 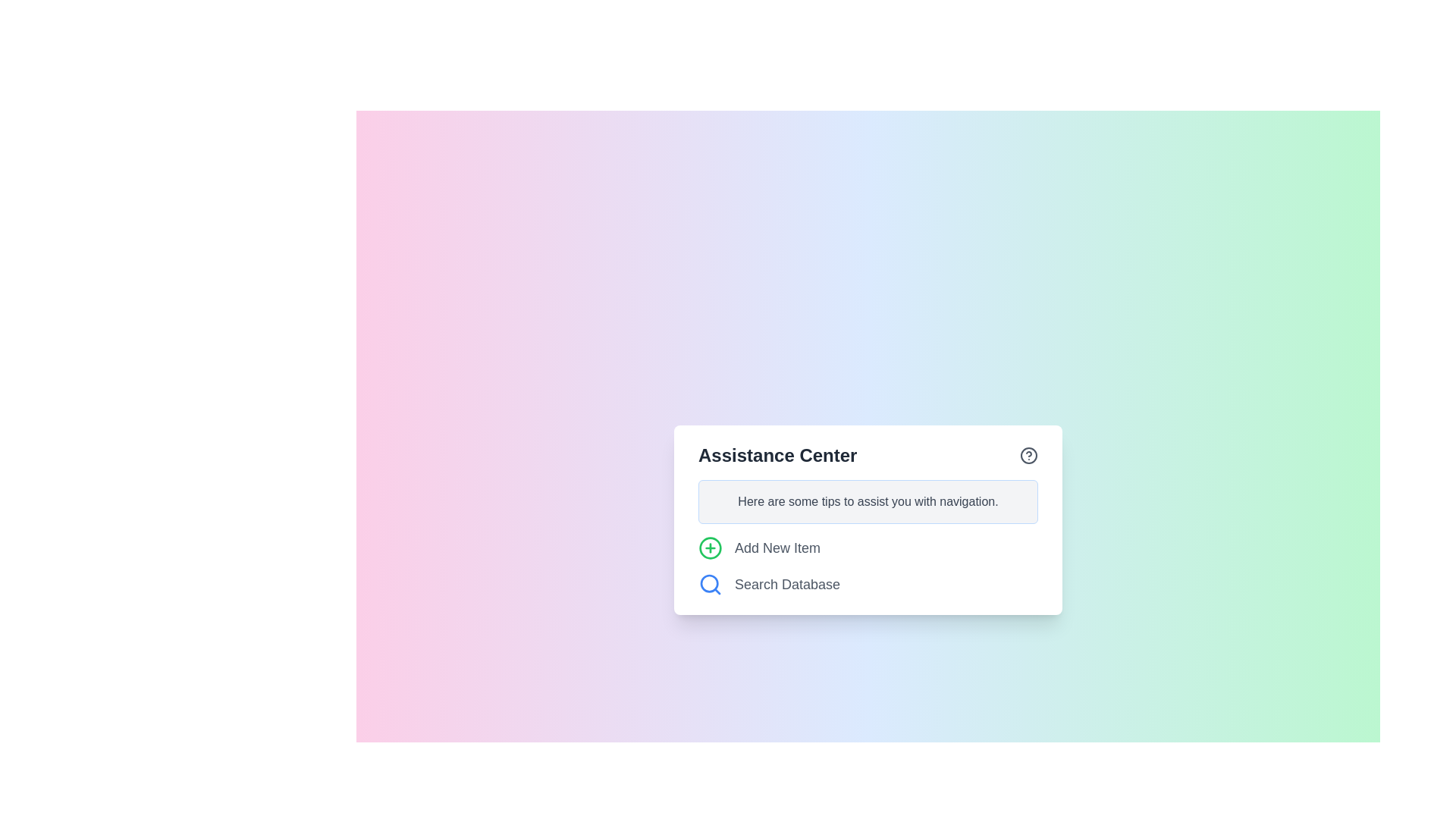 What do you see at coordinates (709, 548) in the screenshot?
I see `SVG graphic icon located in the top-left corner of the 'Add New Item' button within the Assistance Center interface` at bounding box center [709, 548].